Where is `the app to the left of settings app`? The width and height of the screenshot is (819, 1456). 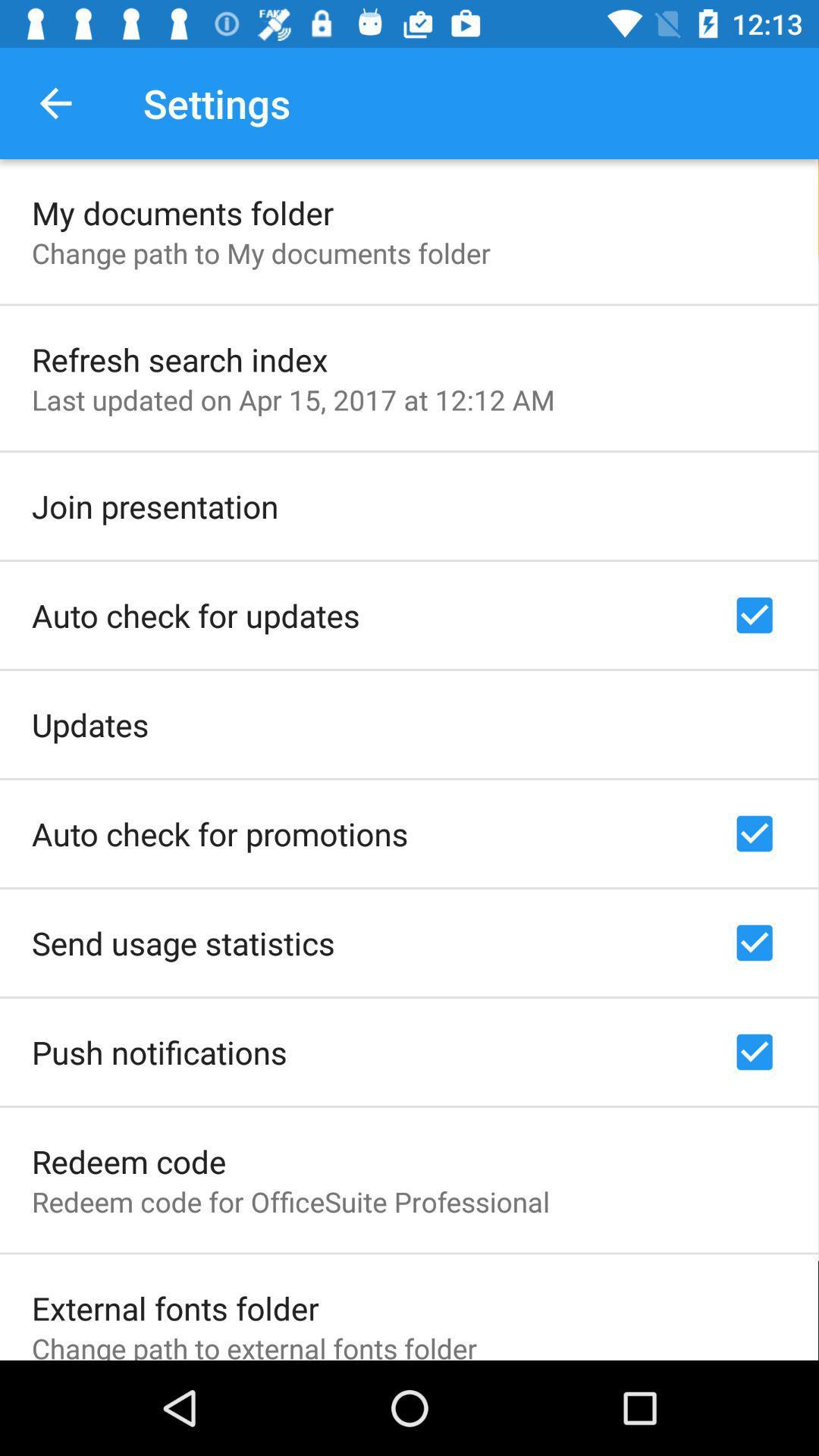 the app to the left of settings app is located at coordinates (55, 102).